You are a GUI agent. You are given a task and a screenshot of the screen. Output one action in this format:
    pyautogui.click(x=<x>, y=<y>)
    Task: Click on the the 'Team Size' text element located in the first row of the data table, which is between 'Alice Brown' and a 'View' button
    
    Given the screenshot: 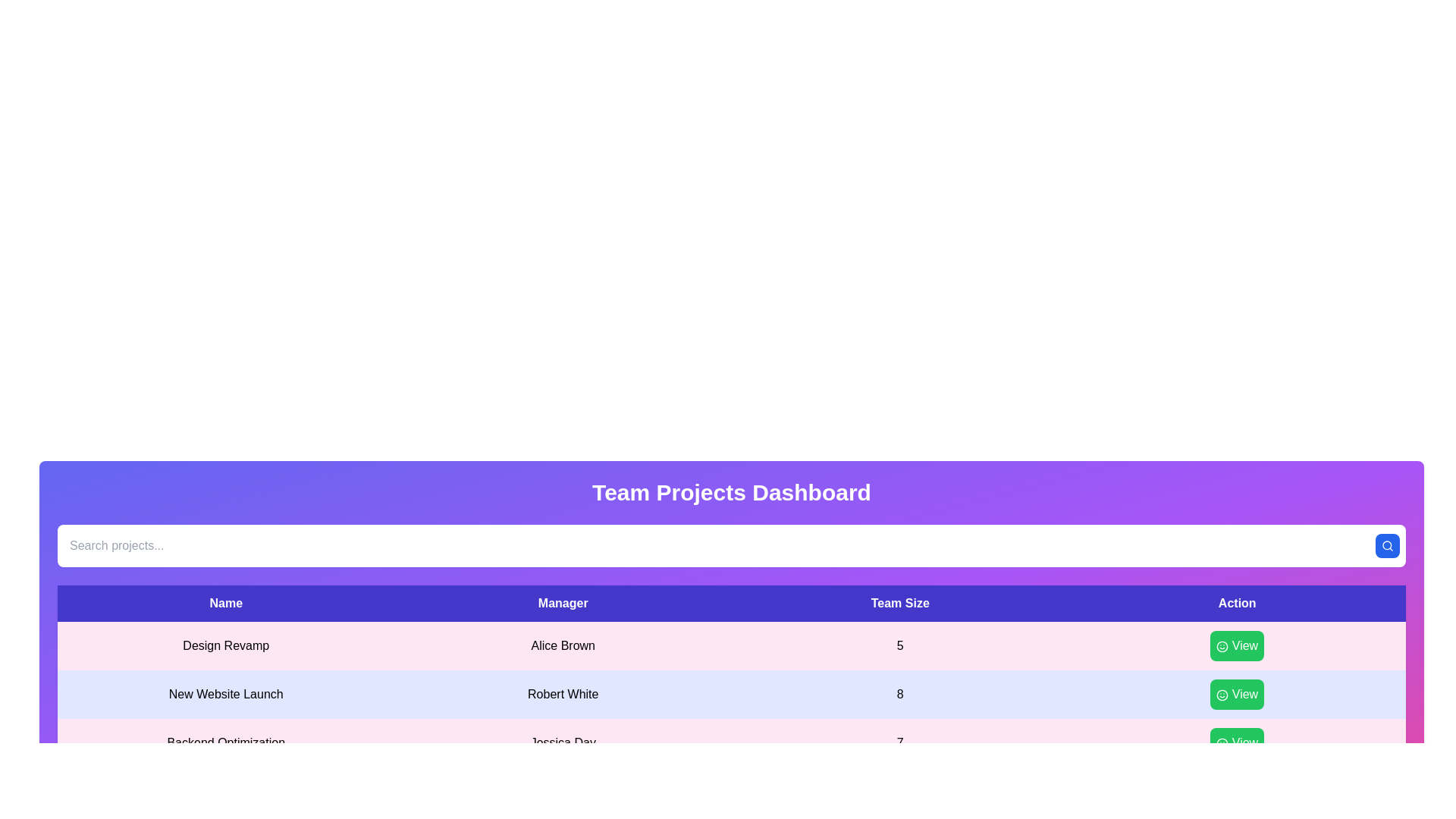 What is the action you would take?
    pyautogui.click(x=900, y=646)
    